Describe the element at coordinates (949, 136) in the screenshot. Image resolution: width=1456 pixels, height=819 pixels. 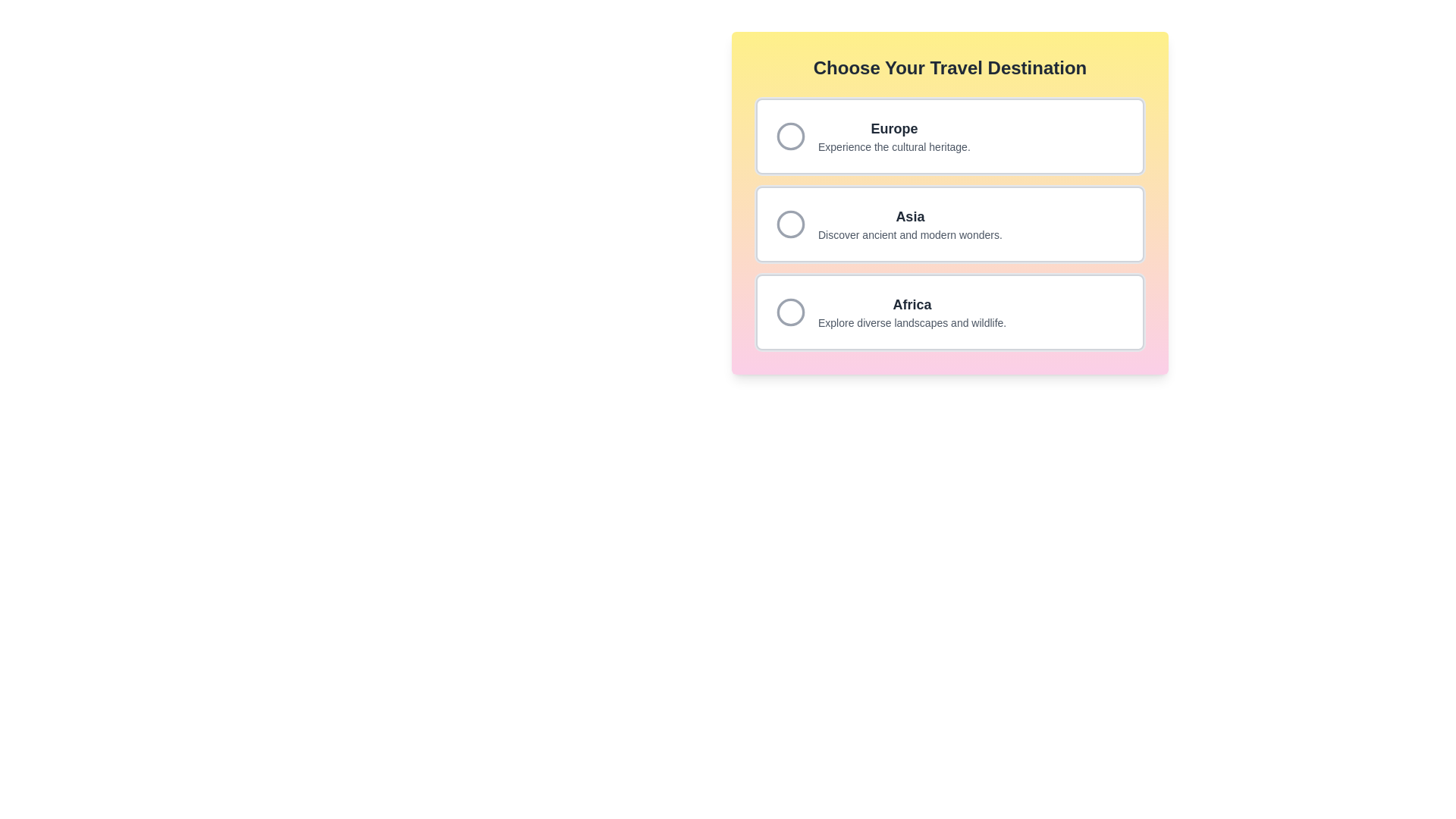
I see `the Card option for the travel destination 'Europe'` at that location.